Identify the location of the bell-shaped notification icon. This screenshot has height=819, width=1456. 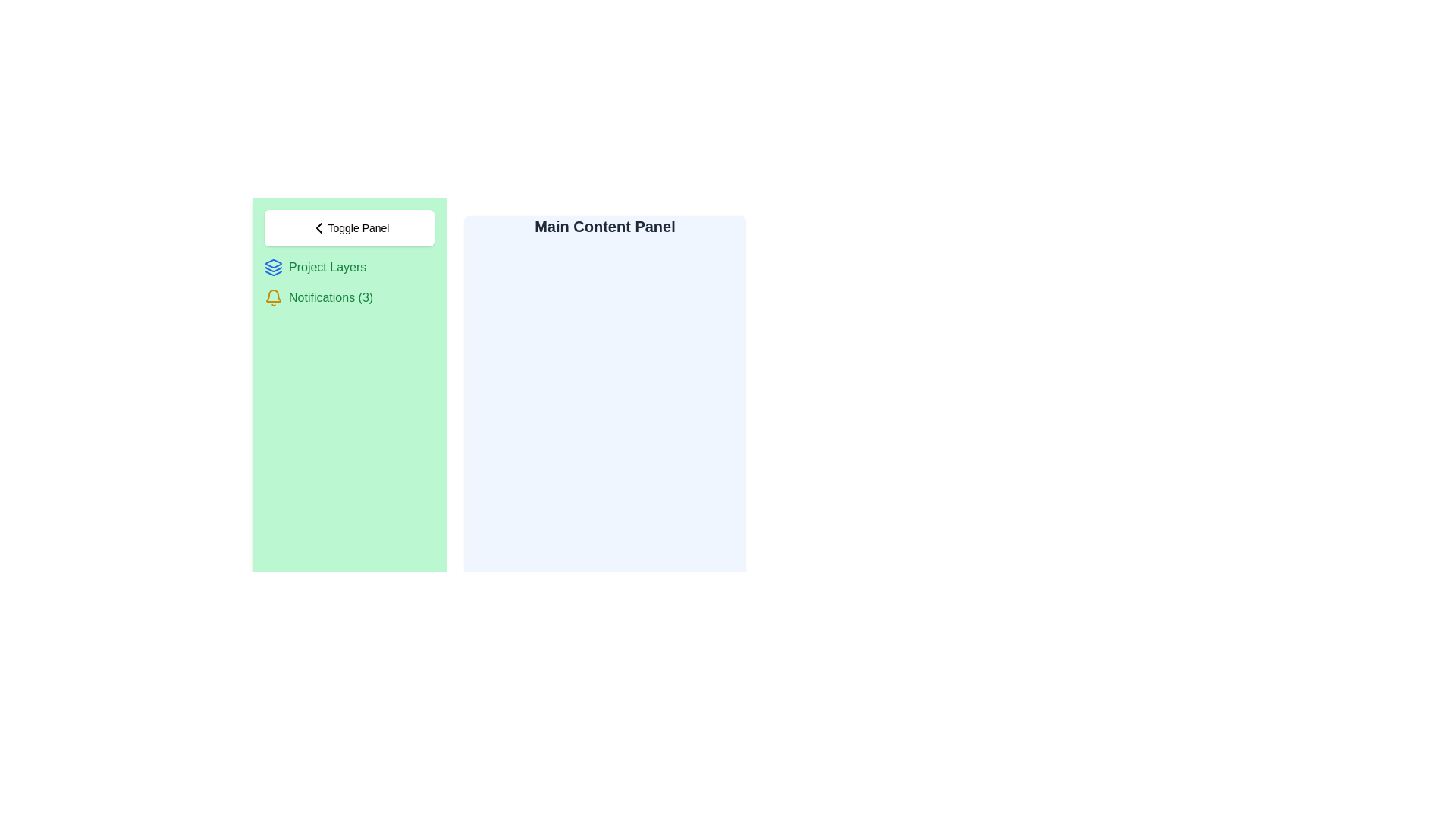
(273, 298).